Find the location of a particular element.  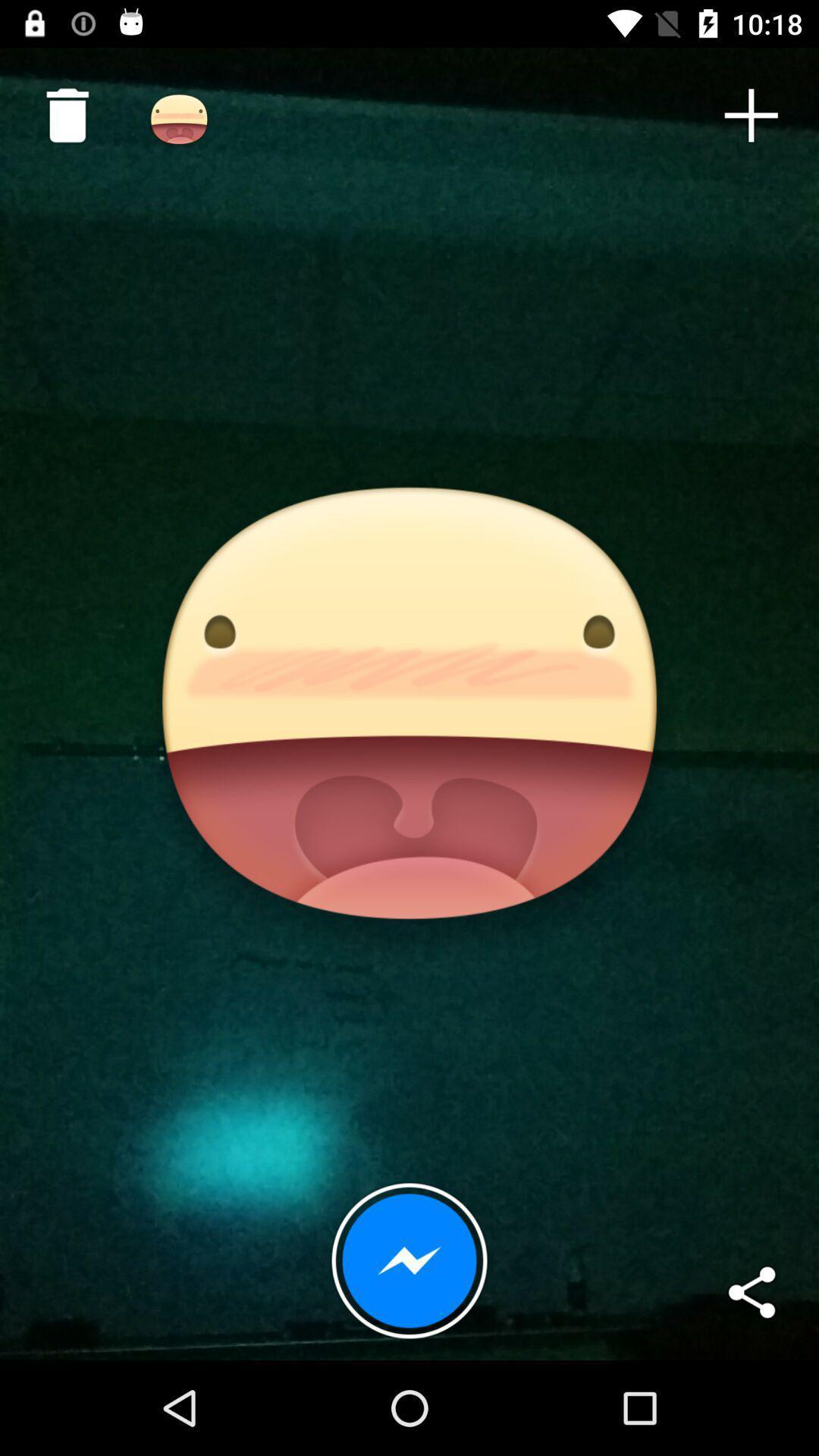

icon at the top right corner is located at coordinates (751, 115).